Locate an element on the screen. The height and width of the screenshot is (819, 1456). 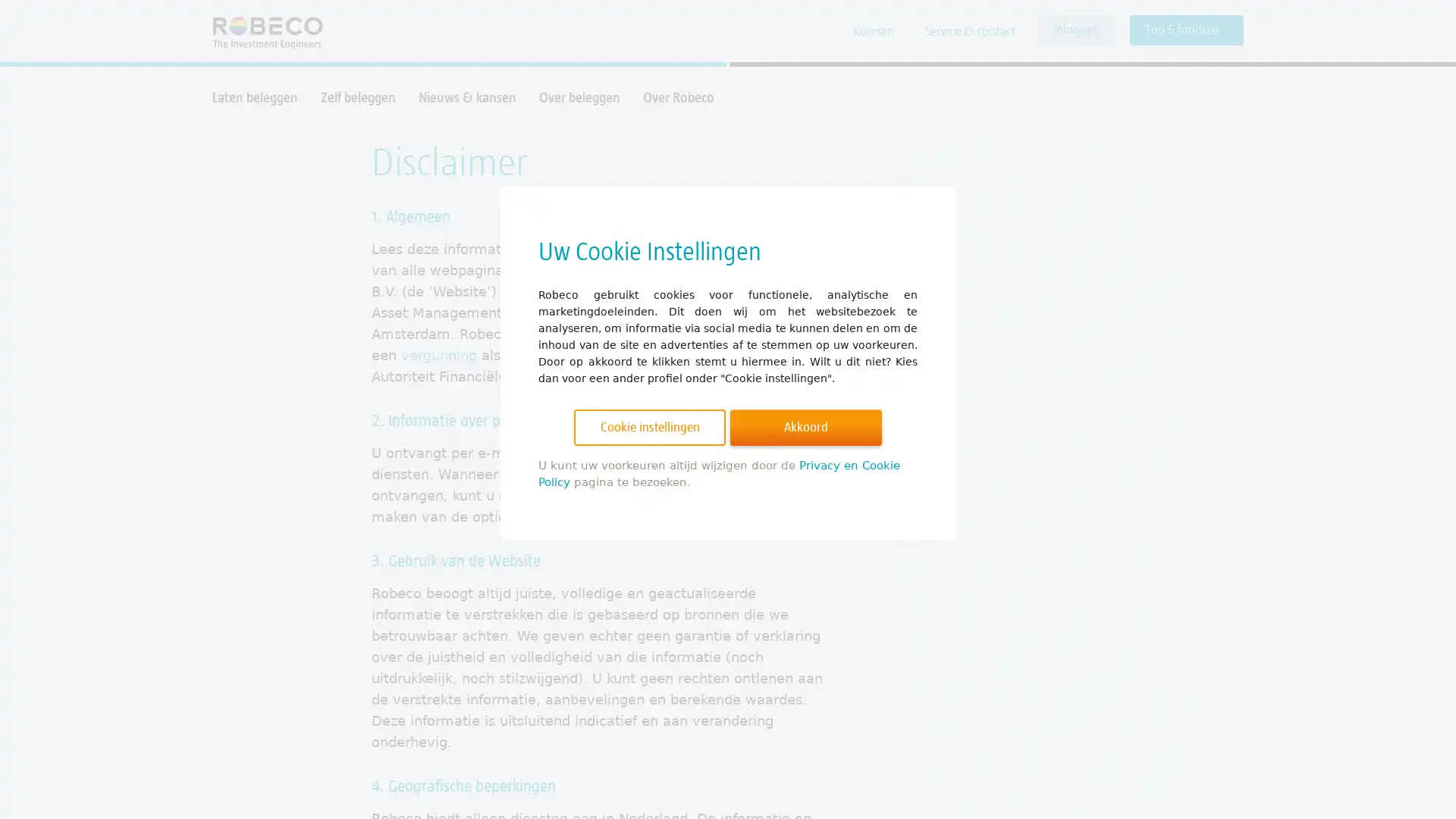
Inloggen is located at coordinates (1075, 30).